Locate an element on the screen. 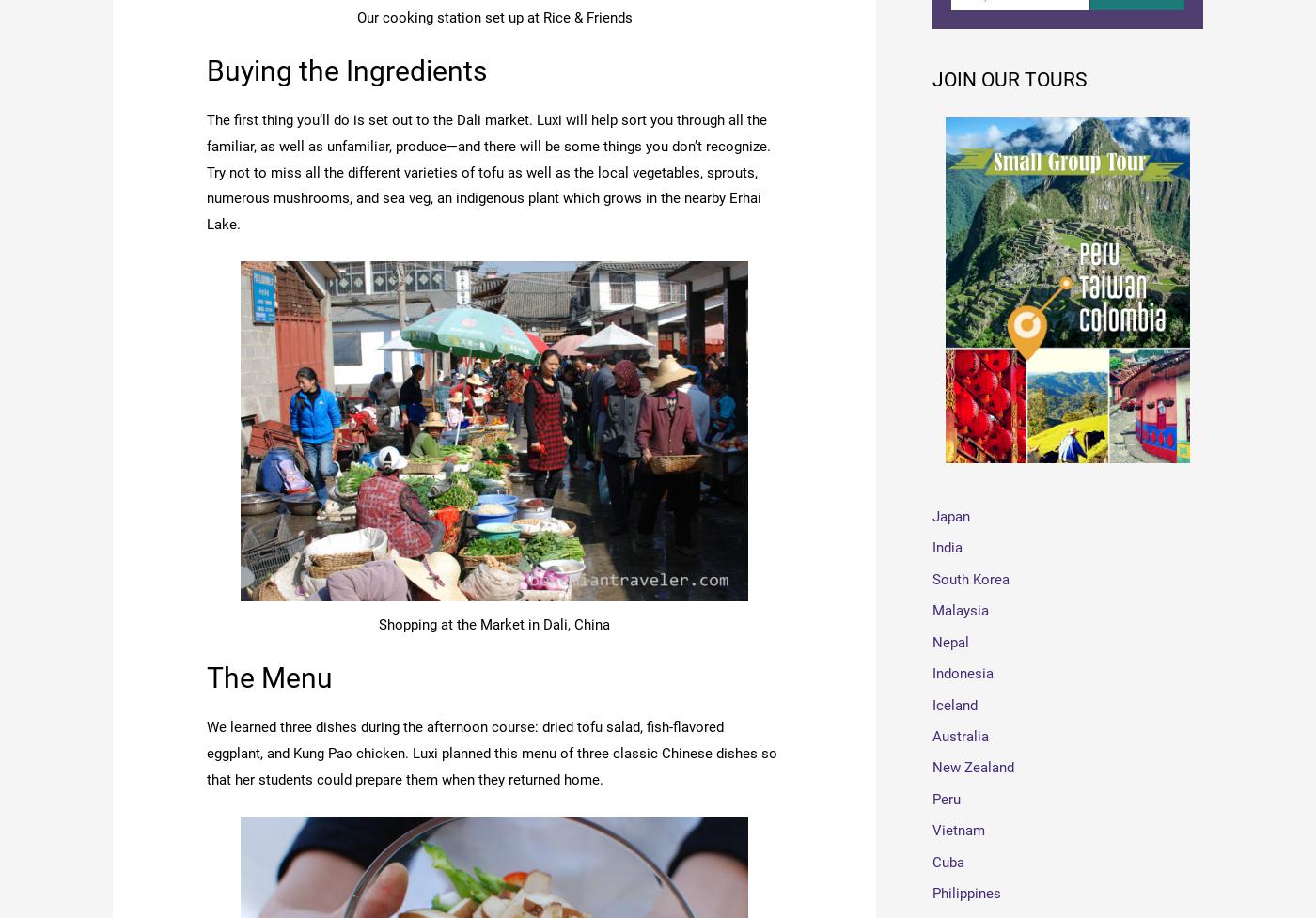 The height and width of the screenshot is (918, 1316). 'Our cooking station set up at Rice & Friends' is located at coordinates (493, 16).